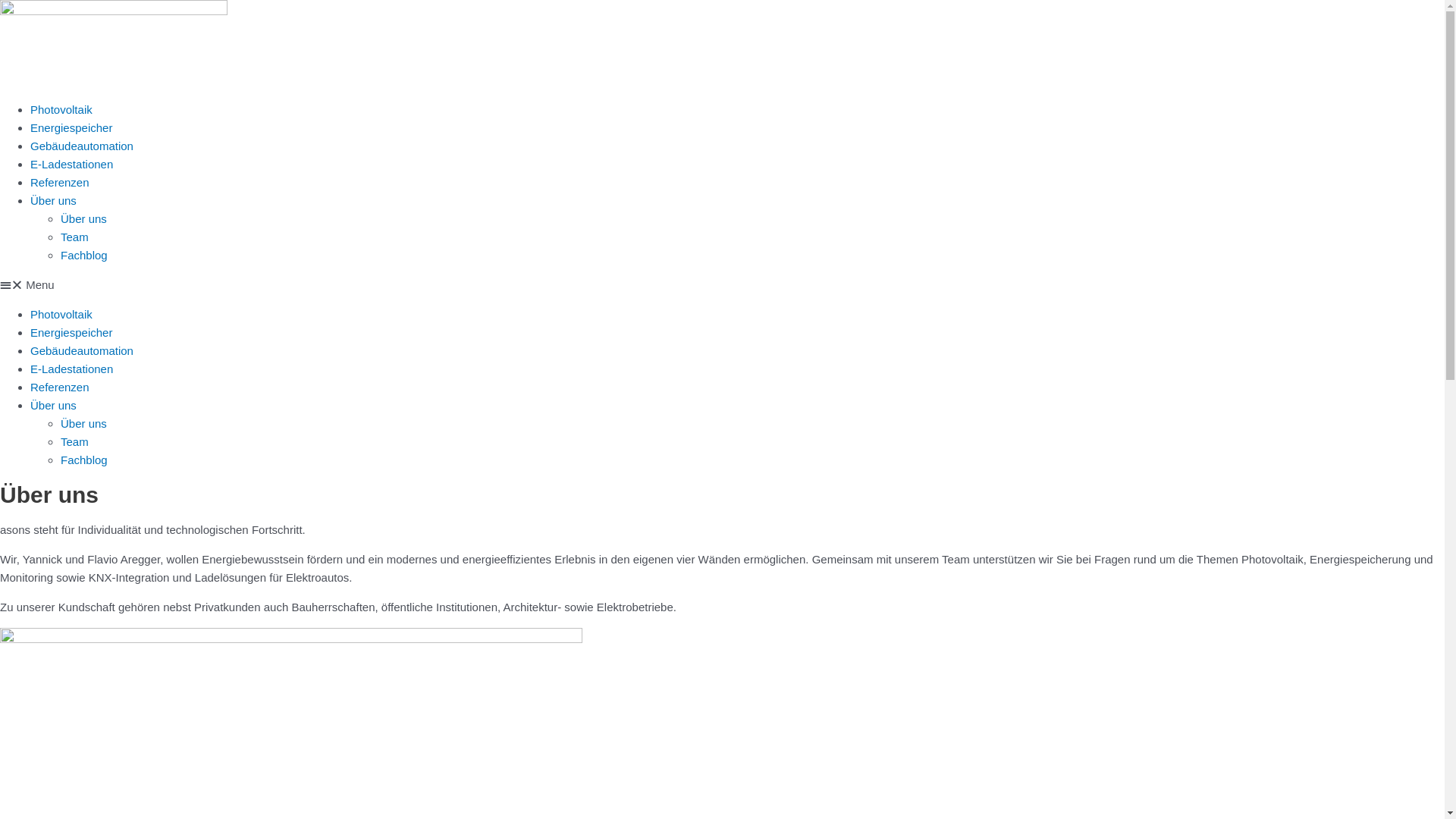  I want to click on 'Referenzen', so click(59, 386).